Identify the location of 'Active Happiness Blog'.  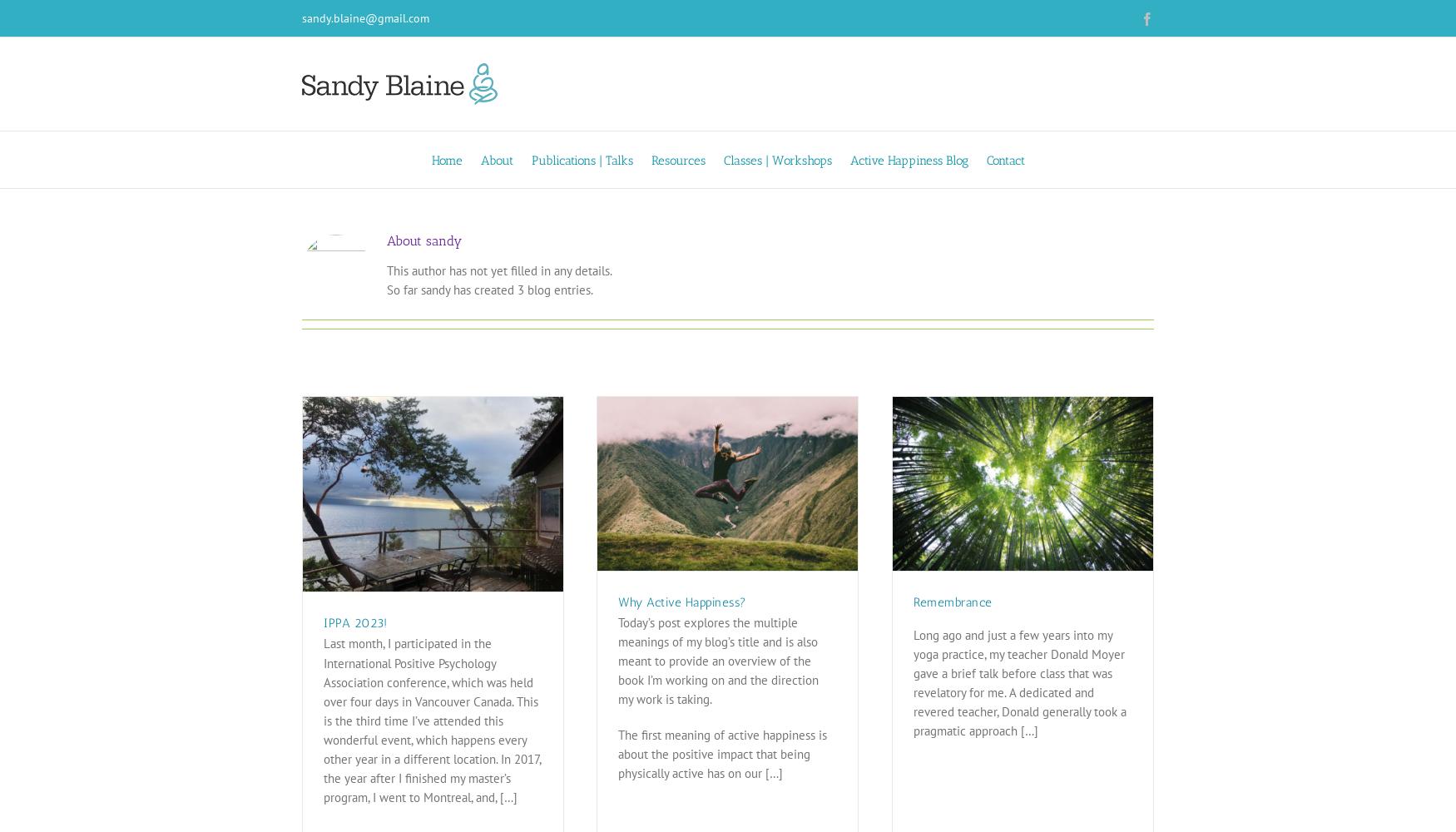
(909, 160).